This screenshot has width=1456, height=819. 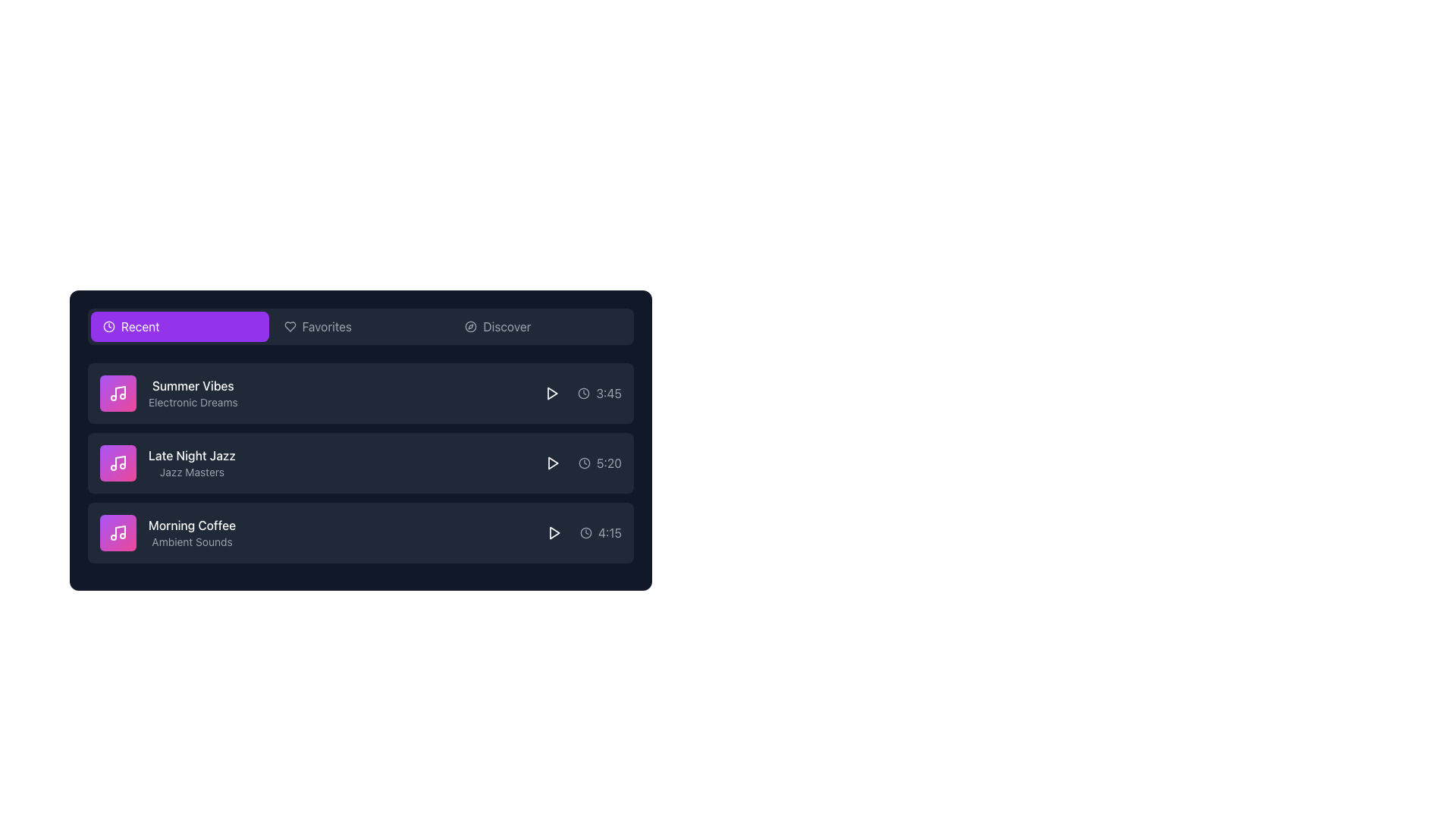 What do you see at coordinates (192, 385) in the screenshot?
I see `text label 'Summer Vibes', which serves as the title for the related music item located above the 'Electronic Dreams' text in the Recent tab` at bounding box center [192, 385].